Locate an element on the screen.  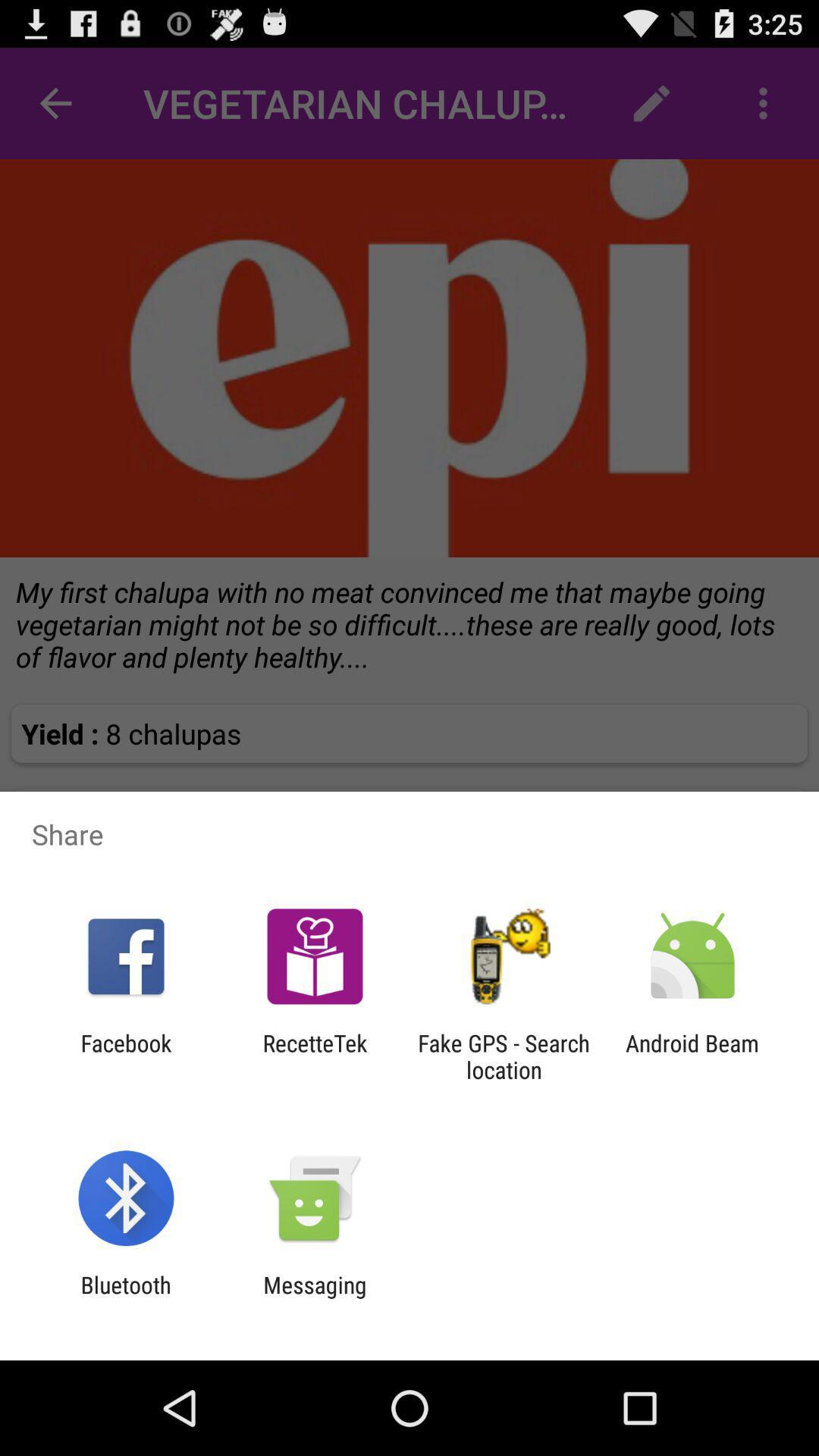
the item to the left of messaging is located at coordinates (125, 1298).